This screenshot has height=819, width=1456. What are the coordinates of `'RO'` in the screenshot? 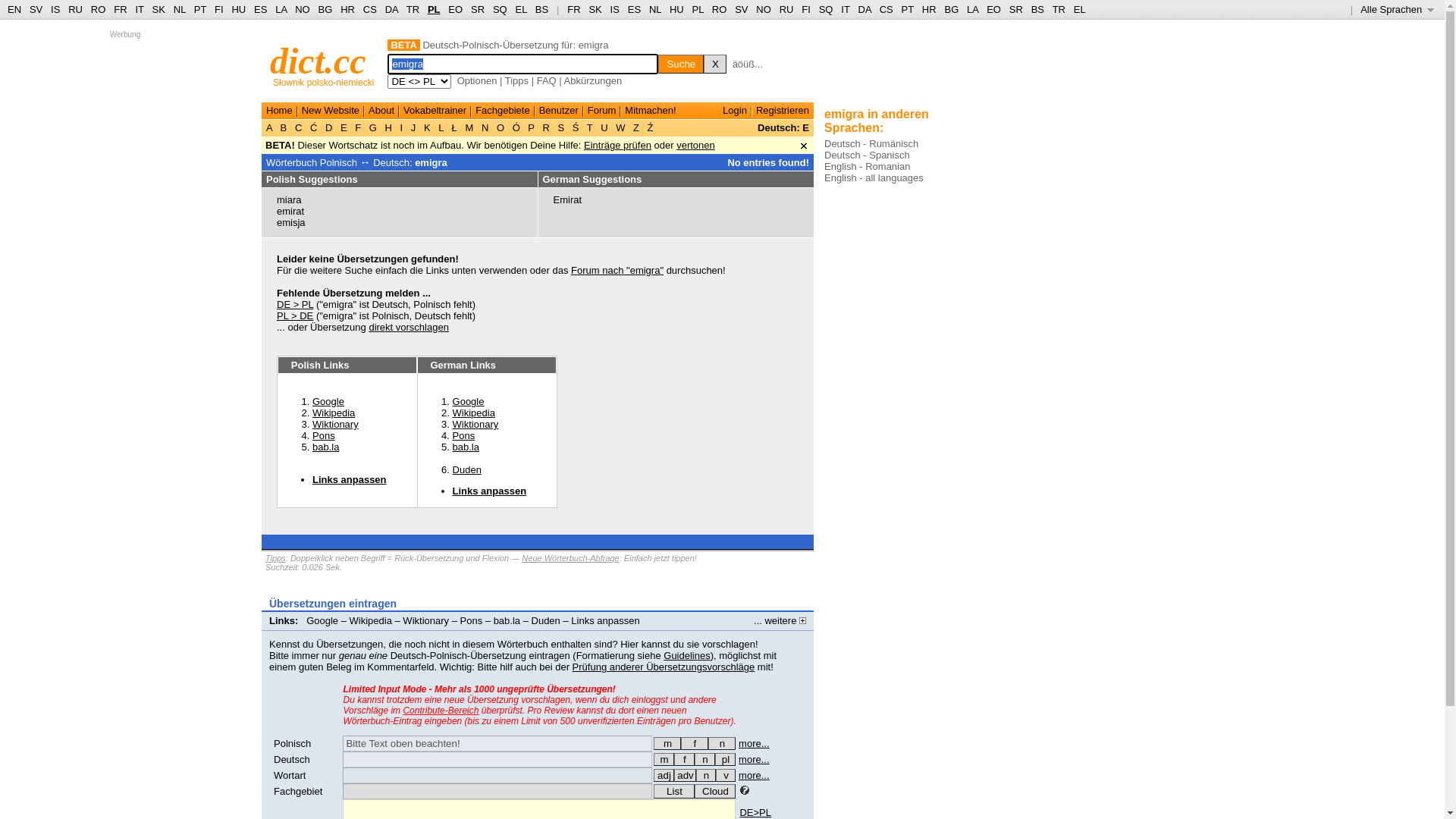 It's located at (97, 9).